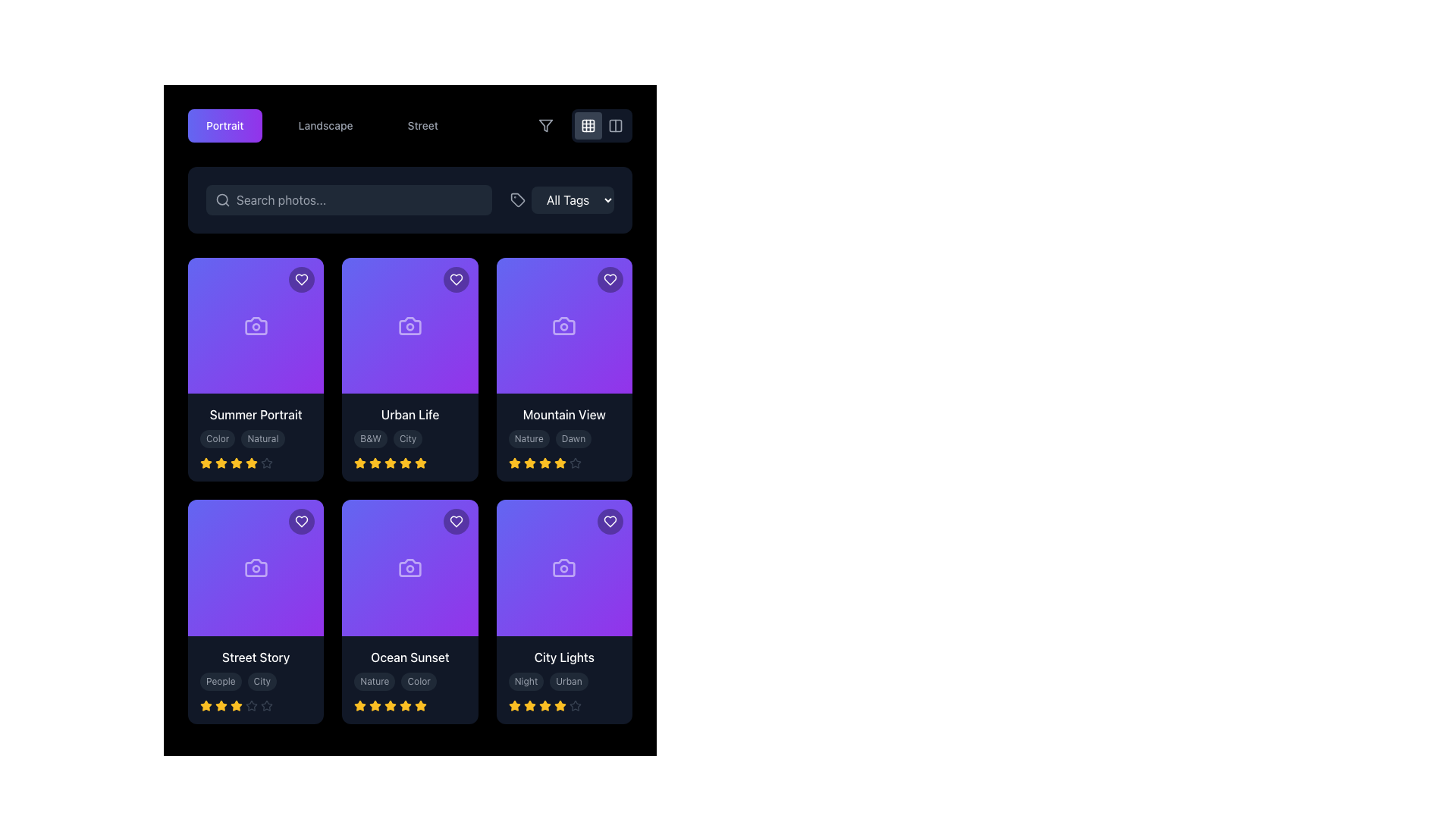 This screenshot has height=819, width=1456. What do you see at coordinates (410, 325) in the screenshot?
I see `the Decorative Icon representing a camera, which is located in the center of the 'Urban Life' card, positioned above the title and tags sections` at bounding box center [410, 325].